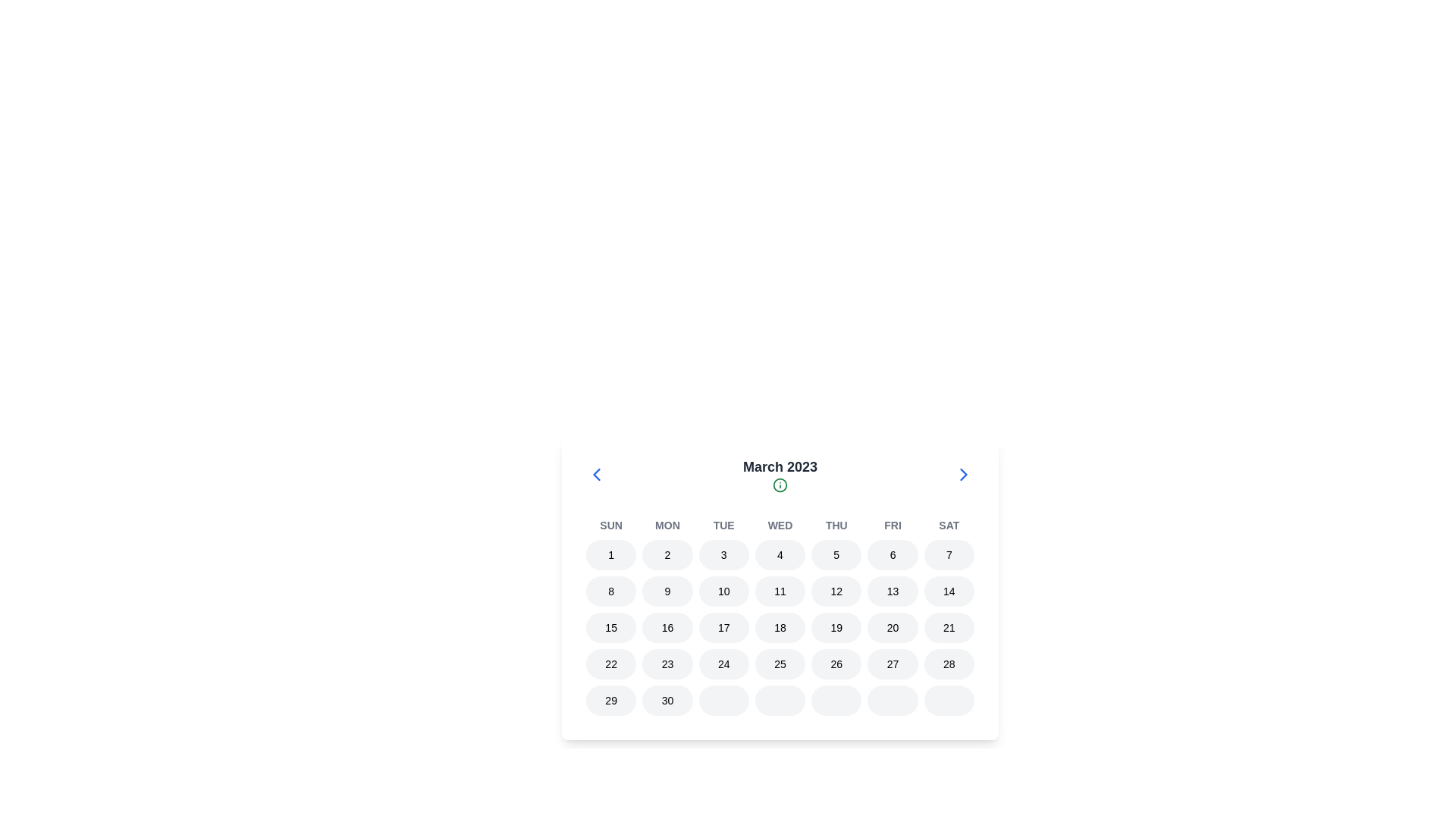 The height and width of the screenshot is (819, 1456). Describe the element at coordinates (780, 466) in the screenshot. I see `the title element that indicates the currently displayed month and year of the calendar view, located at the top center of the calendar interface` at that location.